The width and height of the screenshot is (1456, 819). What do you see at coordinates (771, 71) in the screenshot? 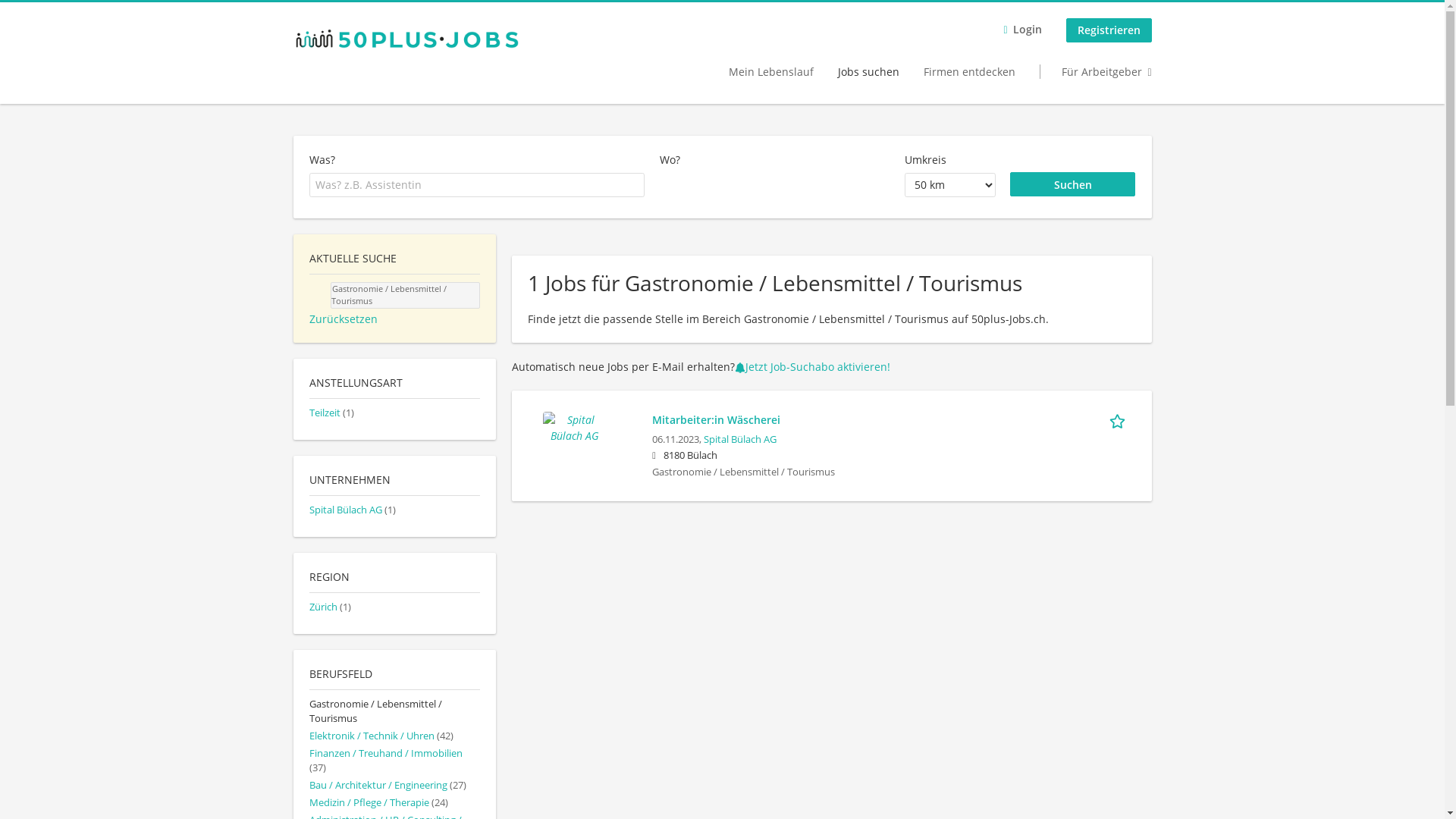
I see `'Mein Lebenslauf'` at bounding box center [771, 71].